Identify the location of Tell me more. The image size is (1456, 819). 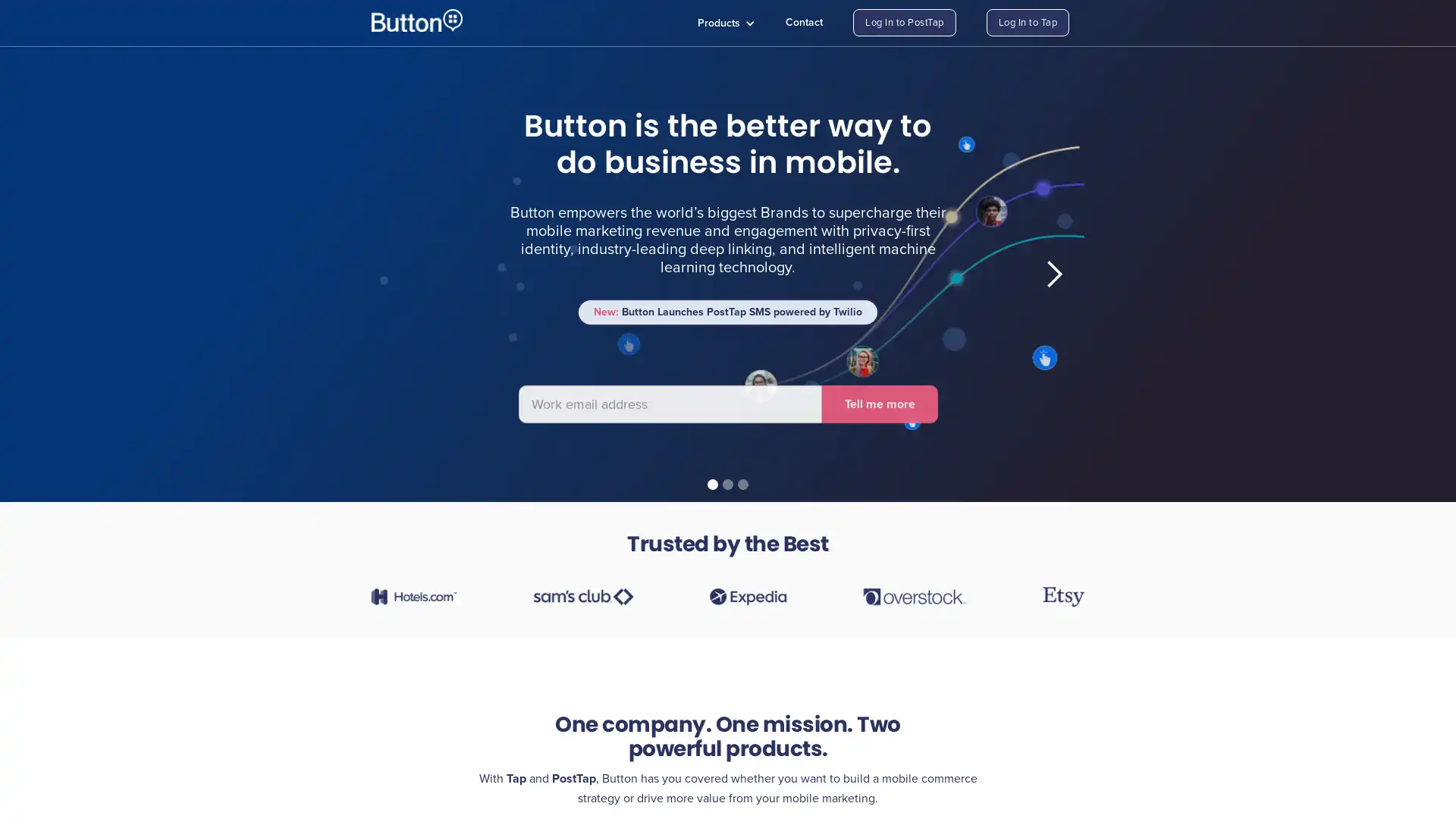
(559, 385).